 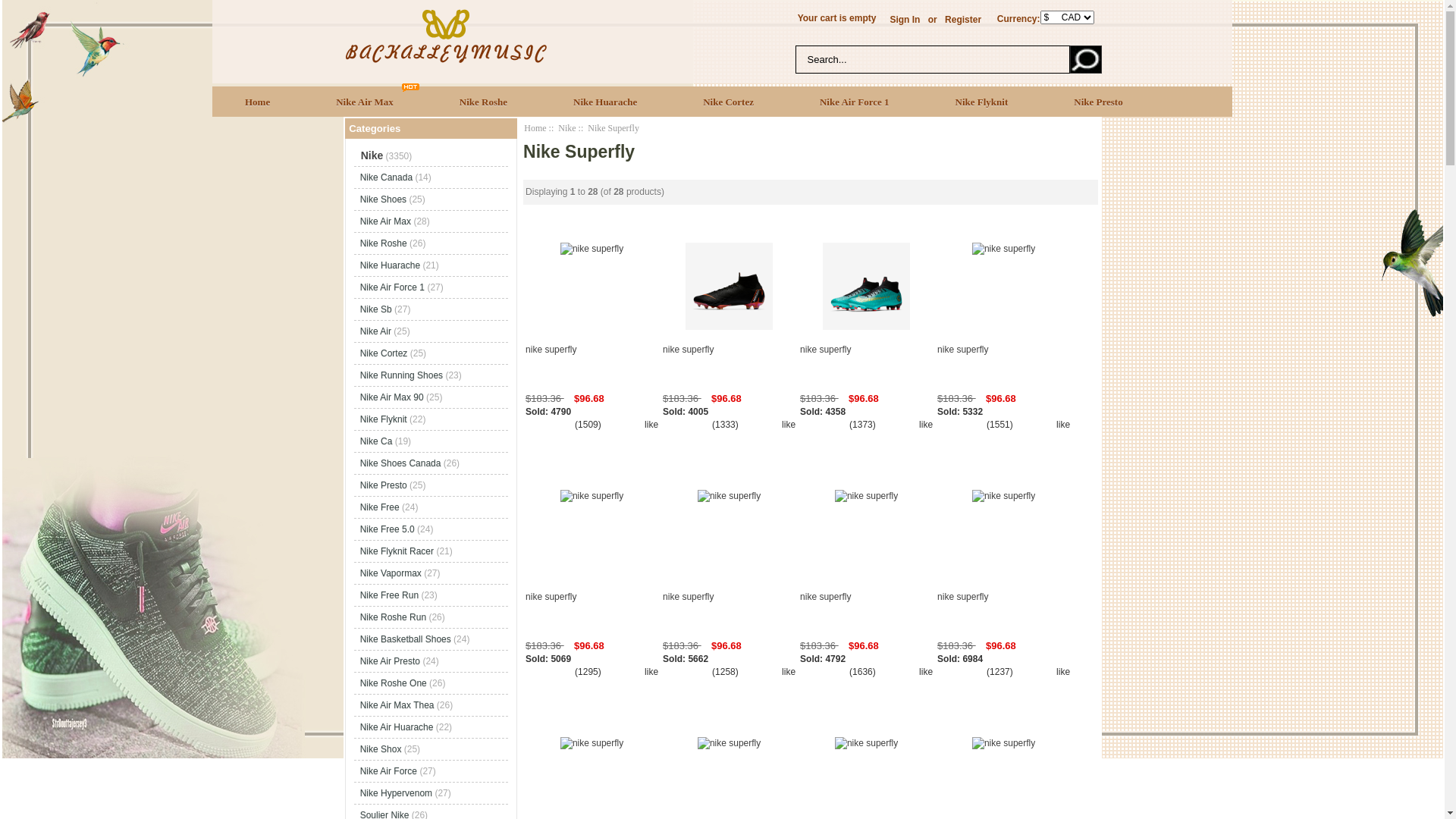 I want to click on 'Nike Ca', so click(x=376, y=441).